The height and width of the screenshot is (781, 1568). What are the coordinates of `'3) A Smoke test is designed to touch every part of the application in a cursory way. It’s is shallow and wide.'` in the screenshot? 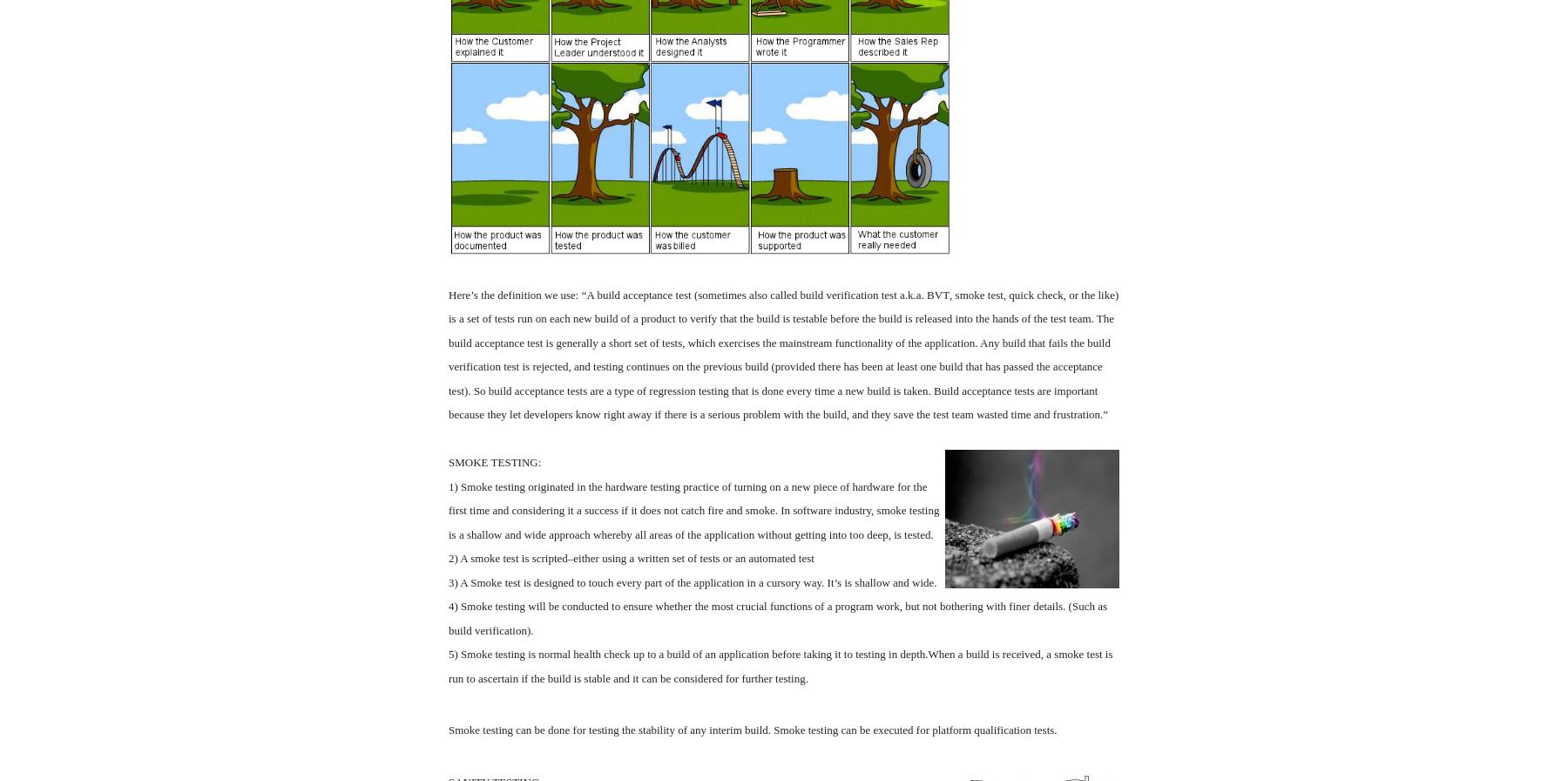 It's located at (693, 581).